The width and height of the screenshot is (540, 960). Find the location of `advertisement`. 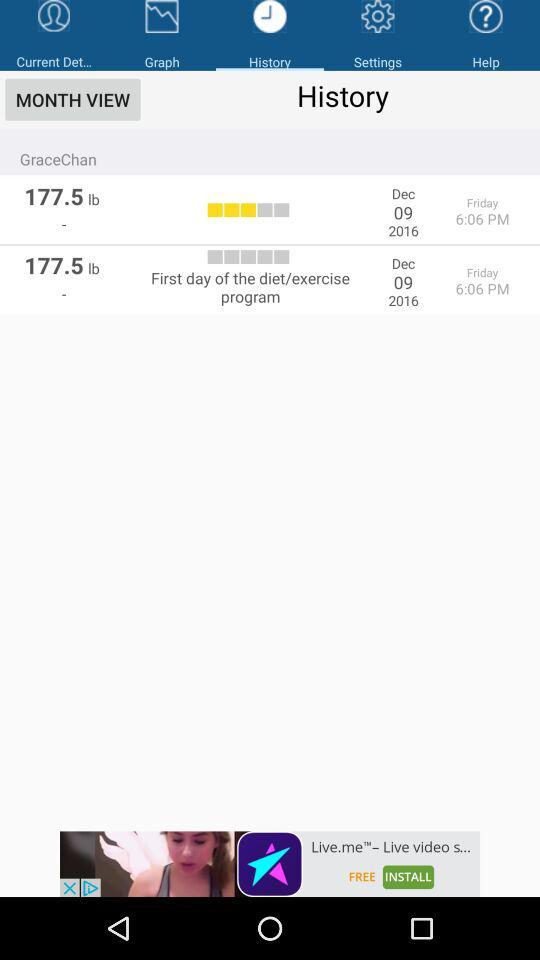

advertisement is located at coordinates (270, 863).